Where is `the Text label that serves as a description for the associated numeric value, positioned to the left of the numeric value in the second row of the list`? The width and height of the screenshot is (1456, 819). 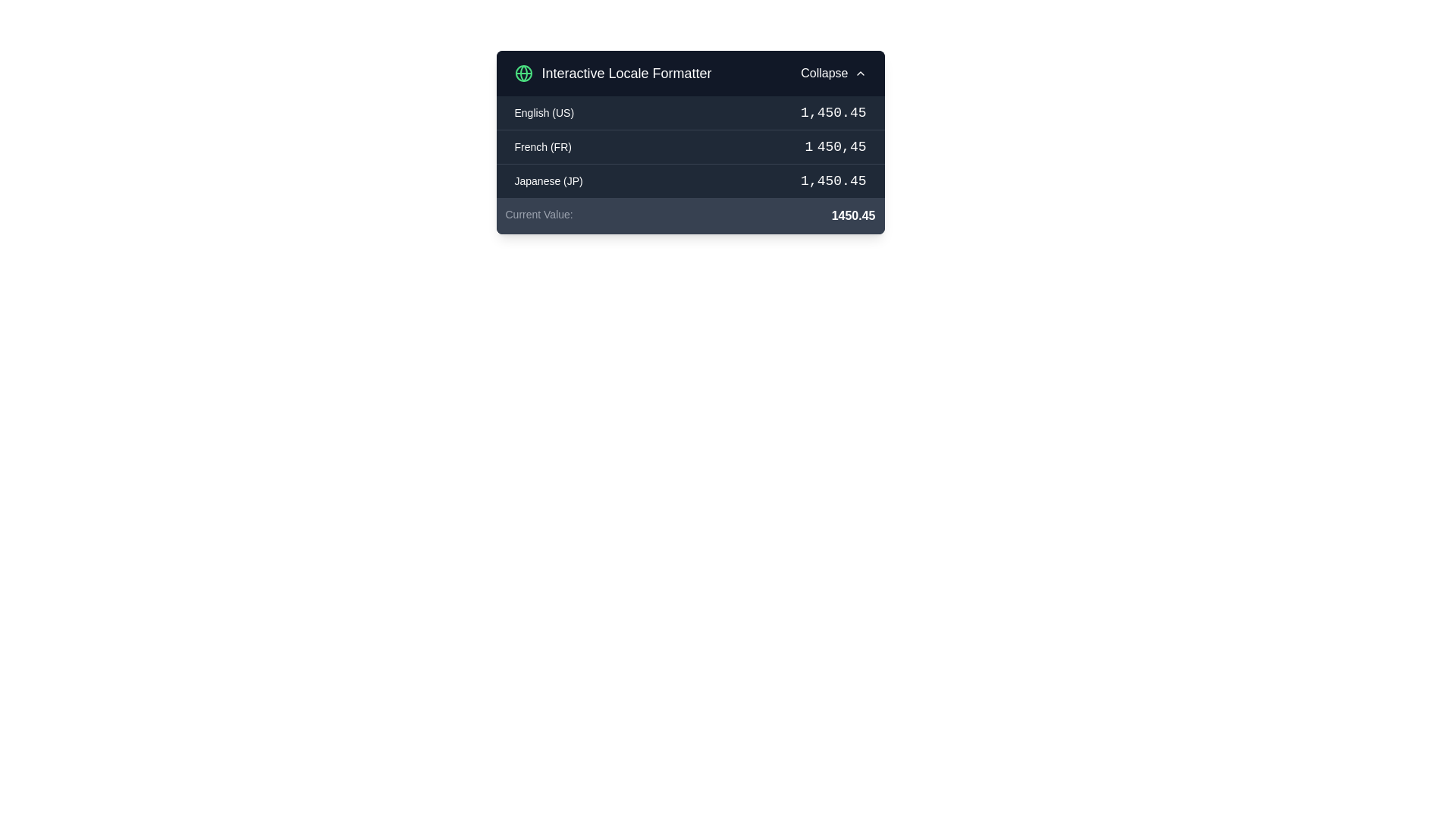
the Text label that serves as a description for the associated numeric value, positioned to the left of the numeric value in the second row of the list is located at coordinates (543, 146).